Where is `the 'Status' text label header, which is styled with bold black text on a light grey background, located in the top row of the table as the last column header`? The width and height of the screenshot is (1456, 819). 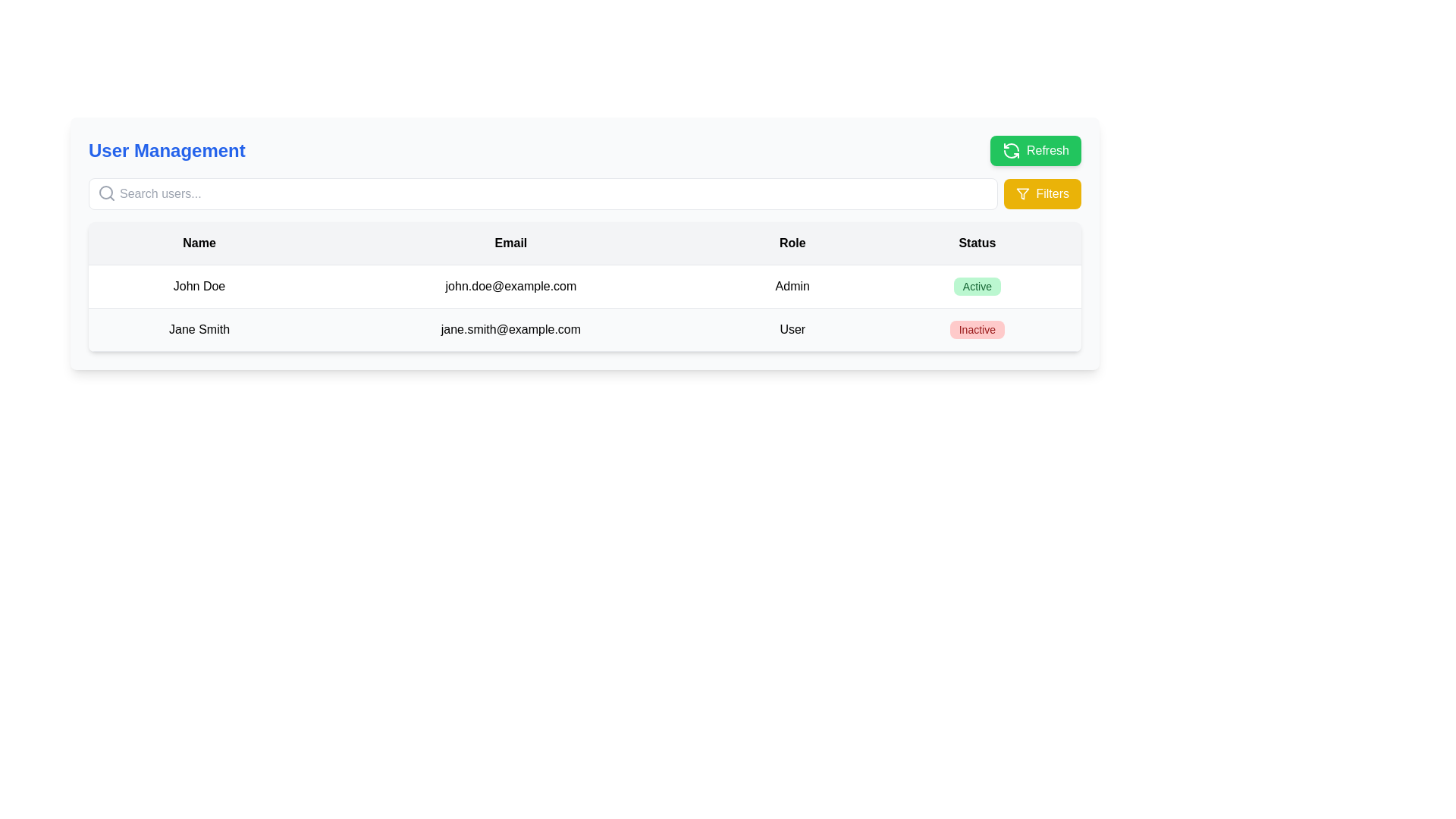
the 'Status' text label header, which is styled with bold black text on a light grey background, located in the top row of the table as the last column header is located at coordinates (977, 243).